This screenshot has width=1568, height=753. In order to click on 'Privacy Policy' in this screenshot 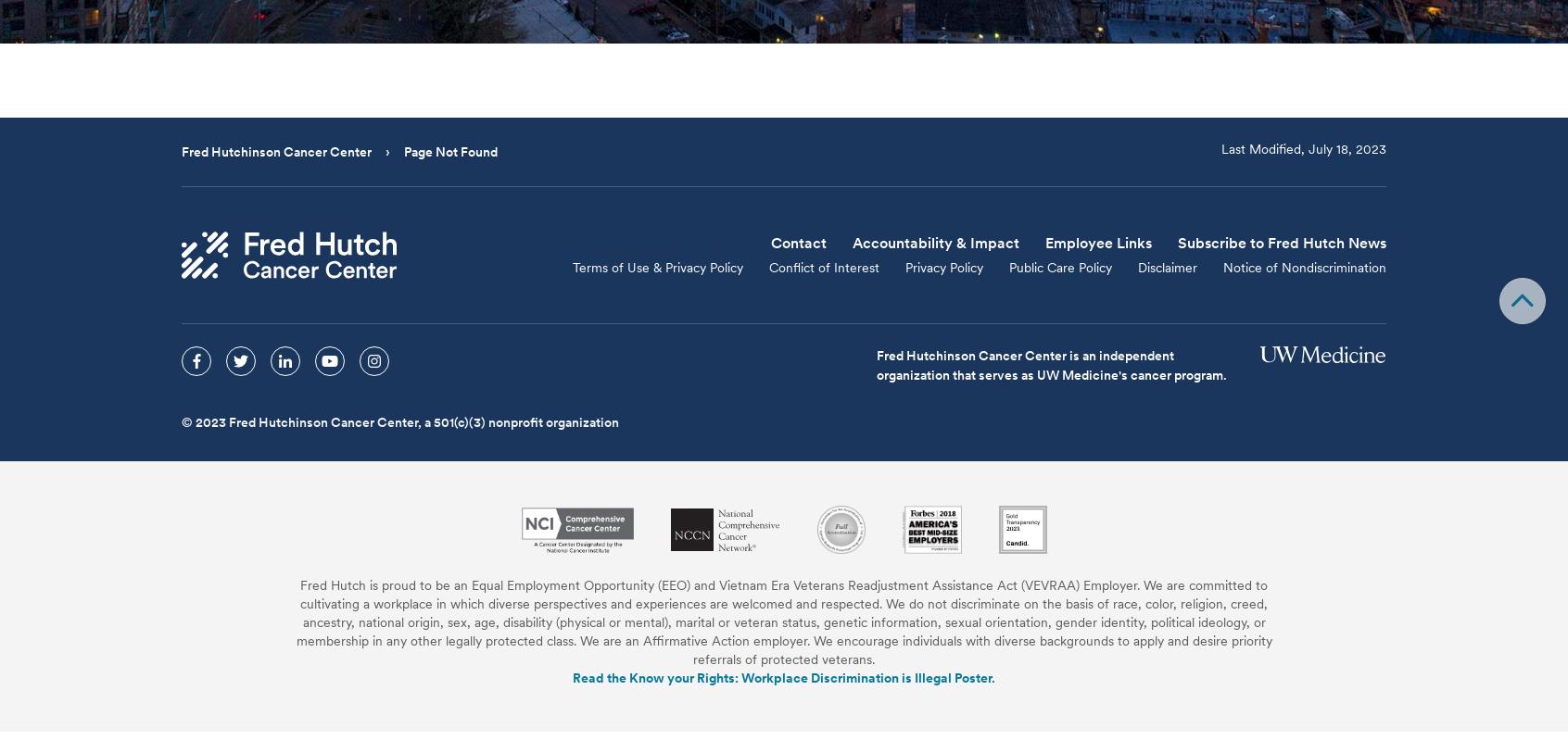, I will do `click(942, 267)`.